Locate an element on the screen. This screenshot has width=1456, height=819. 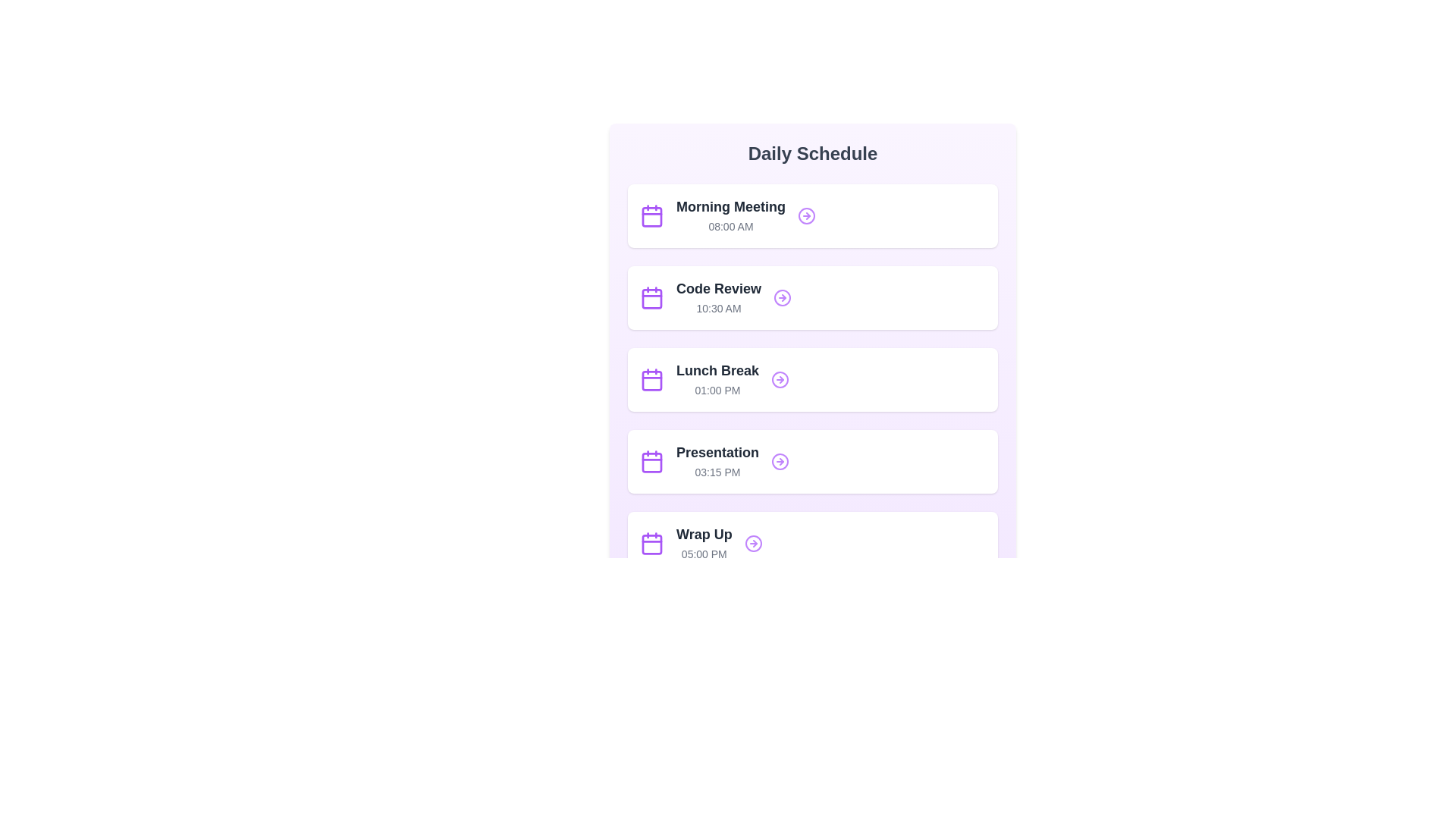
displayed time '08:00 AM' from the static text label located below the 'Morning Meeting' title in the first schedule card of the 'Daily Schedule' section is located at coordinates (731, 227).